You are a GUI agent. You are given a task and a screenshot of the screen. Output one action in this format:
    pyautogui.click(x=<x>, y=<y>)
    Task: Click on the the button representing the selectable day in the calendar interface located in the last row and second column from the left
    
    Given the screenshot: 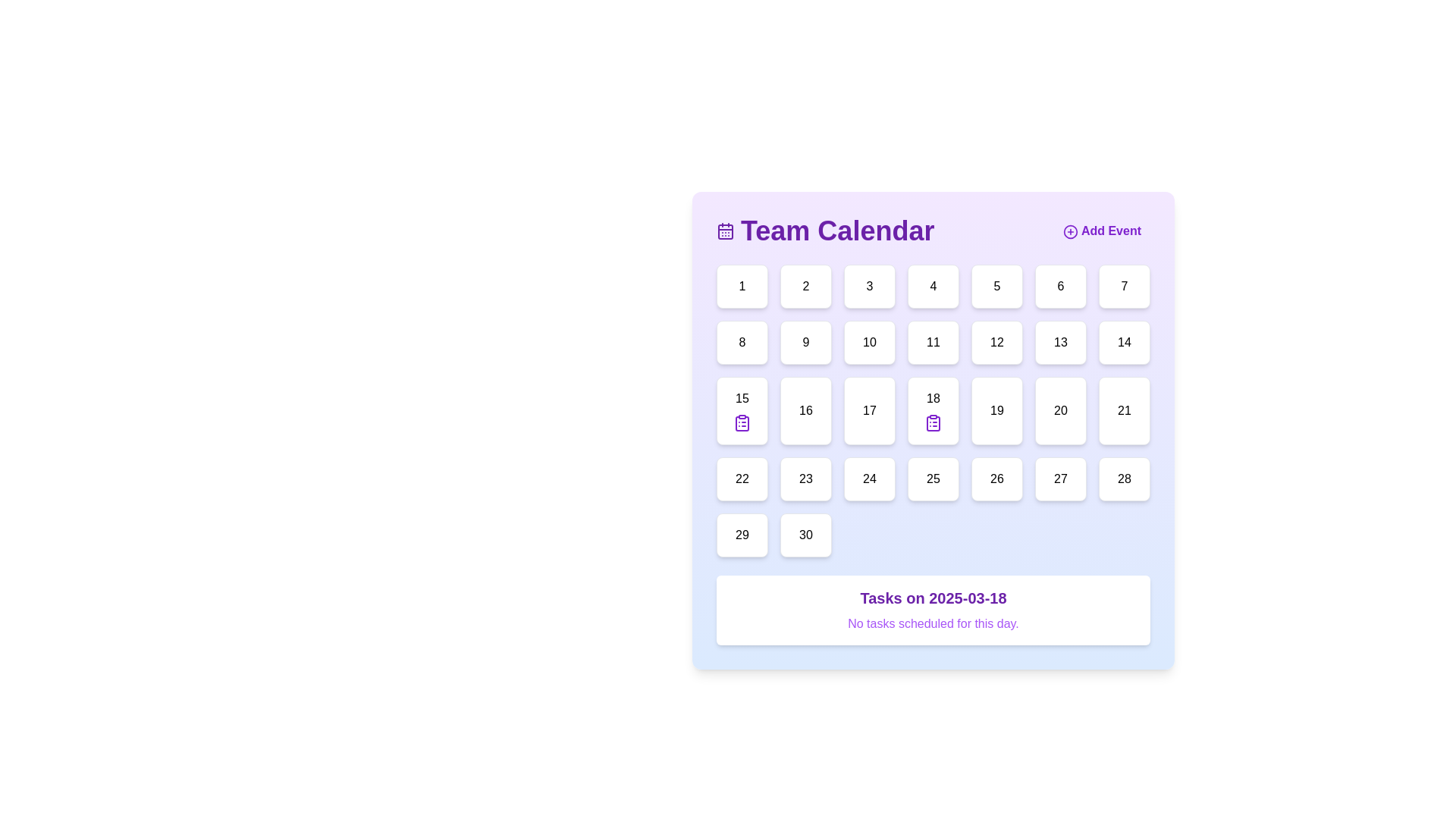 What is the action you would take?
    pyautogui.click(x=805, y=534)
    